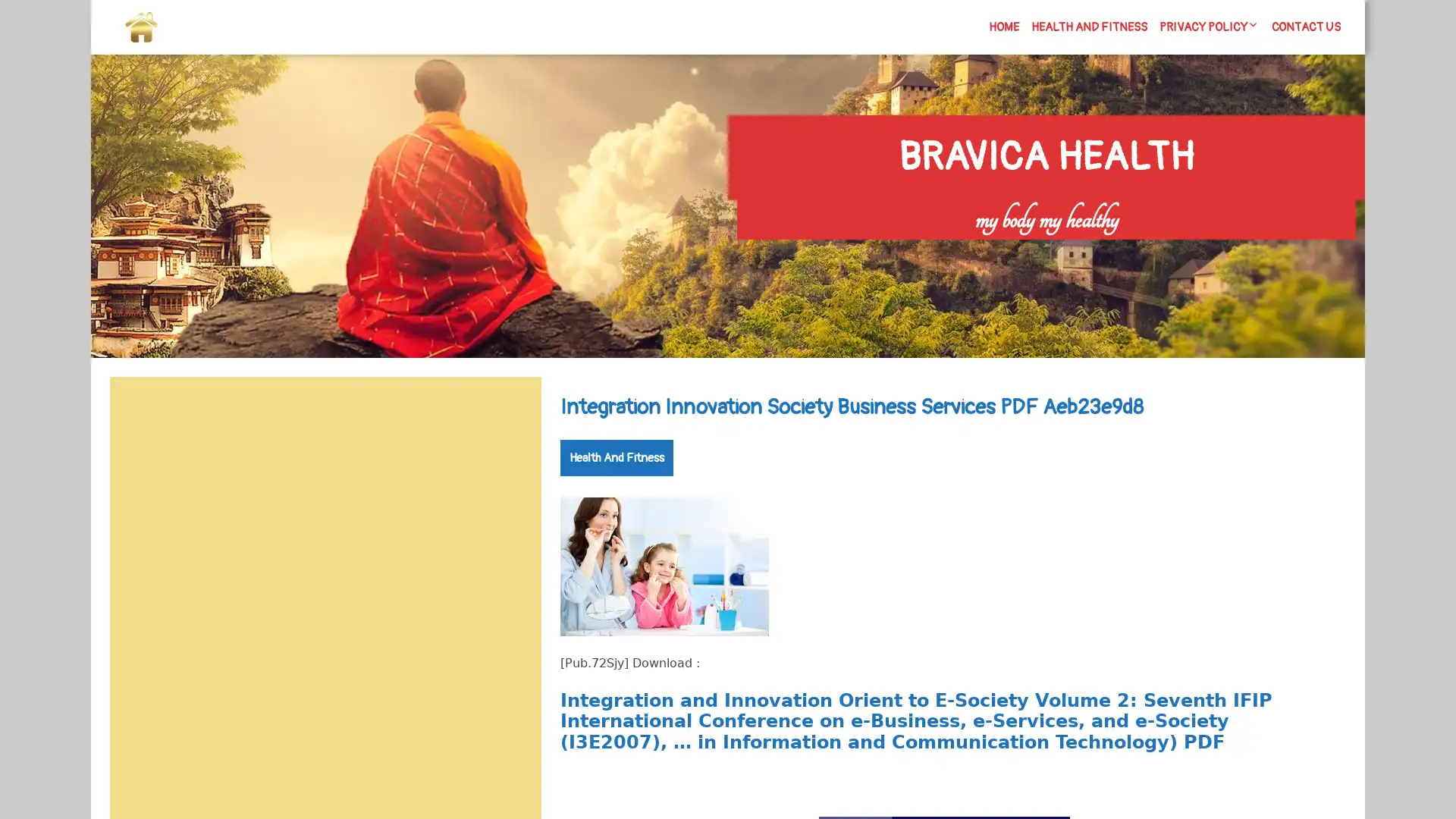 Image resolution: width=1456 pixels, height=819 pixels. What do you see at coordinates (1181, 248) in the screenshot?
I see `Search` at bounding box center [1181, 248].